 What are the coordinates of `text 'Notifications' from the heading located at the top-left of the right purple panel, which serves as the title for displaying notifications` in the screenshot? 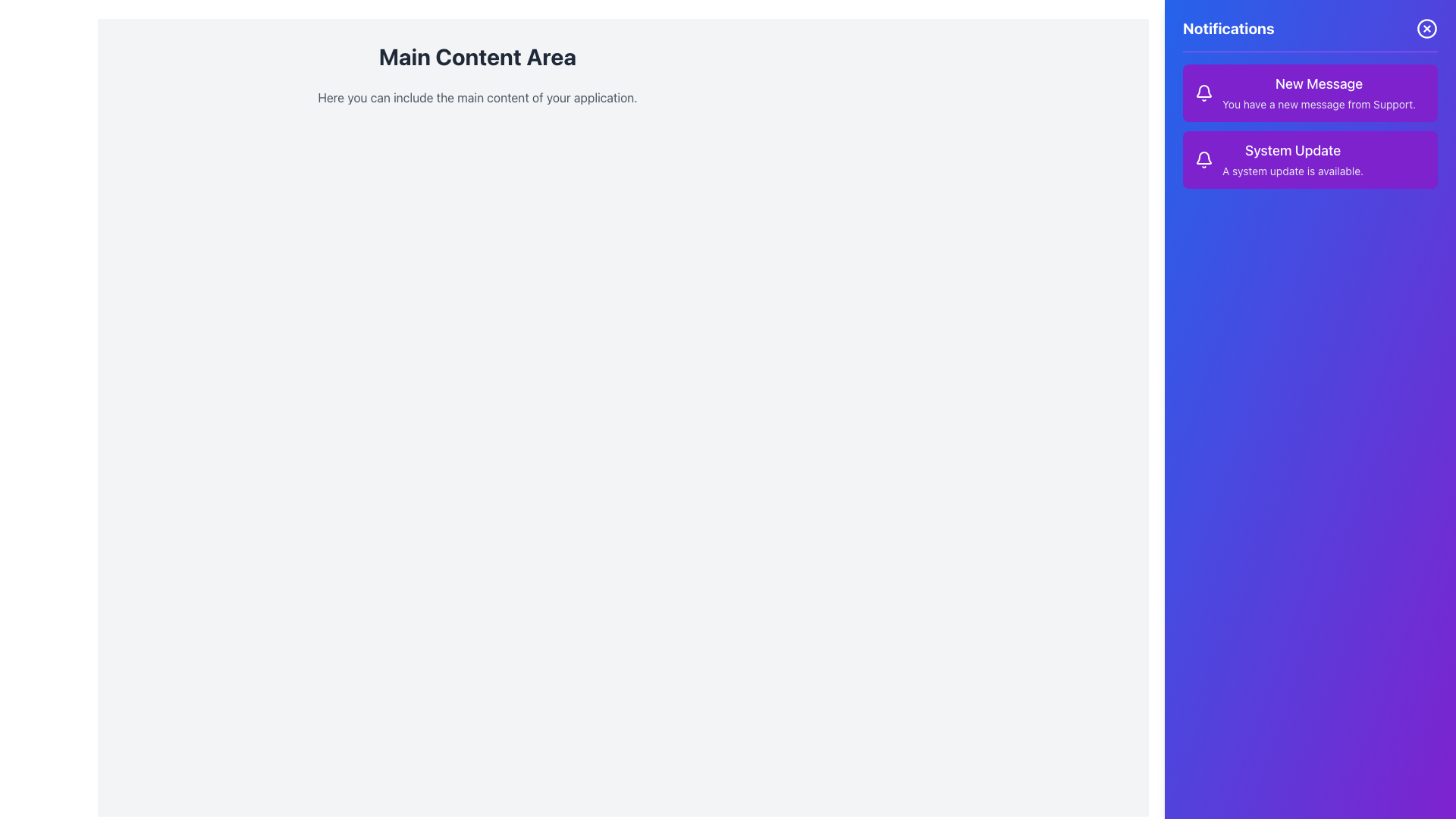 It's located at (1228, 29).